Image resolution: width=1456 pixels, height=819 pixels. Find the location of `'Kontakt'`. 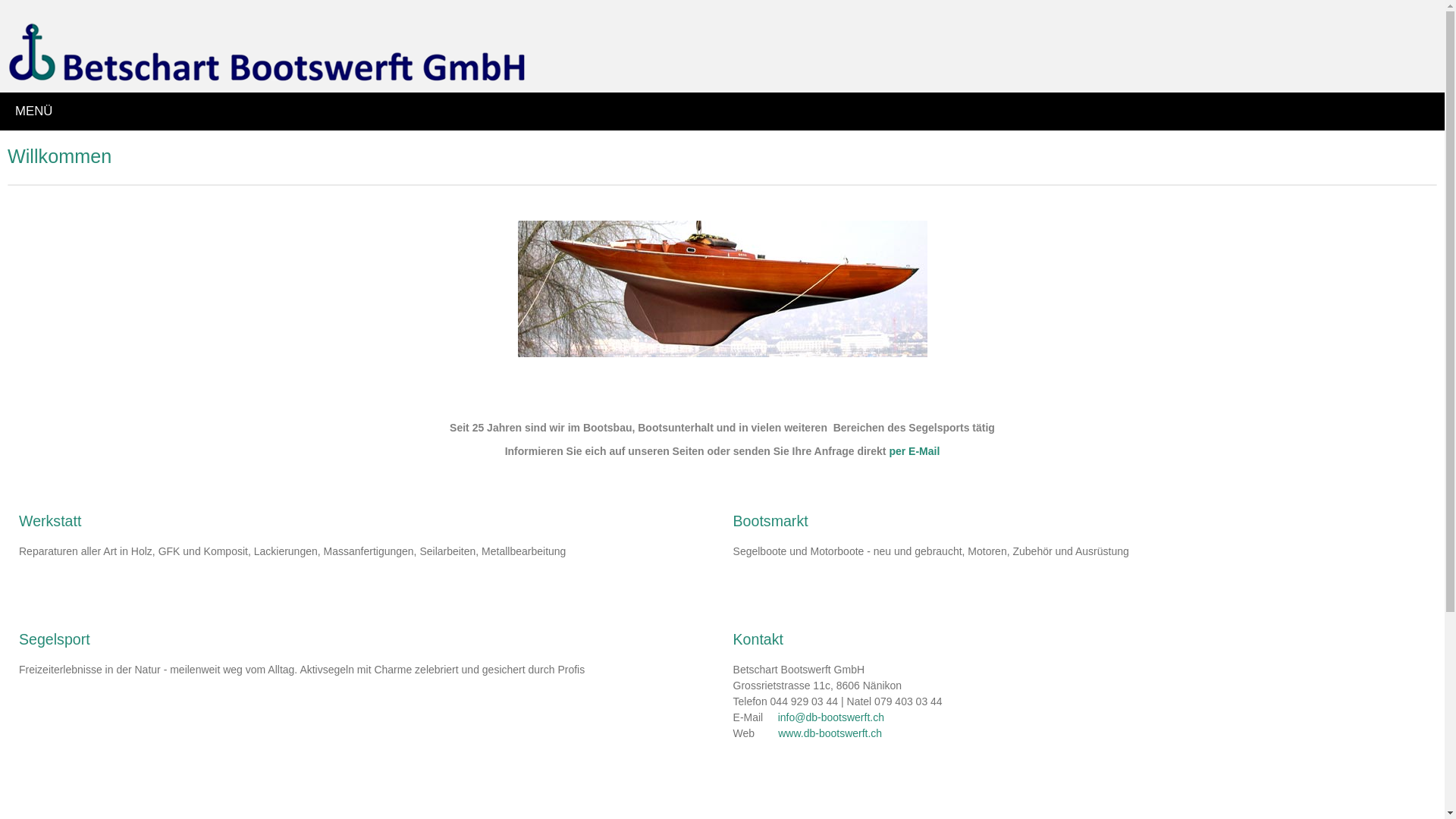

'Kontakt' is located at coordinates (758, 639).